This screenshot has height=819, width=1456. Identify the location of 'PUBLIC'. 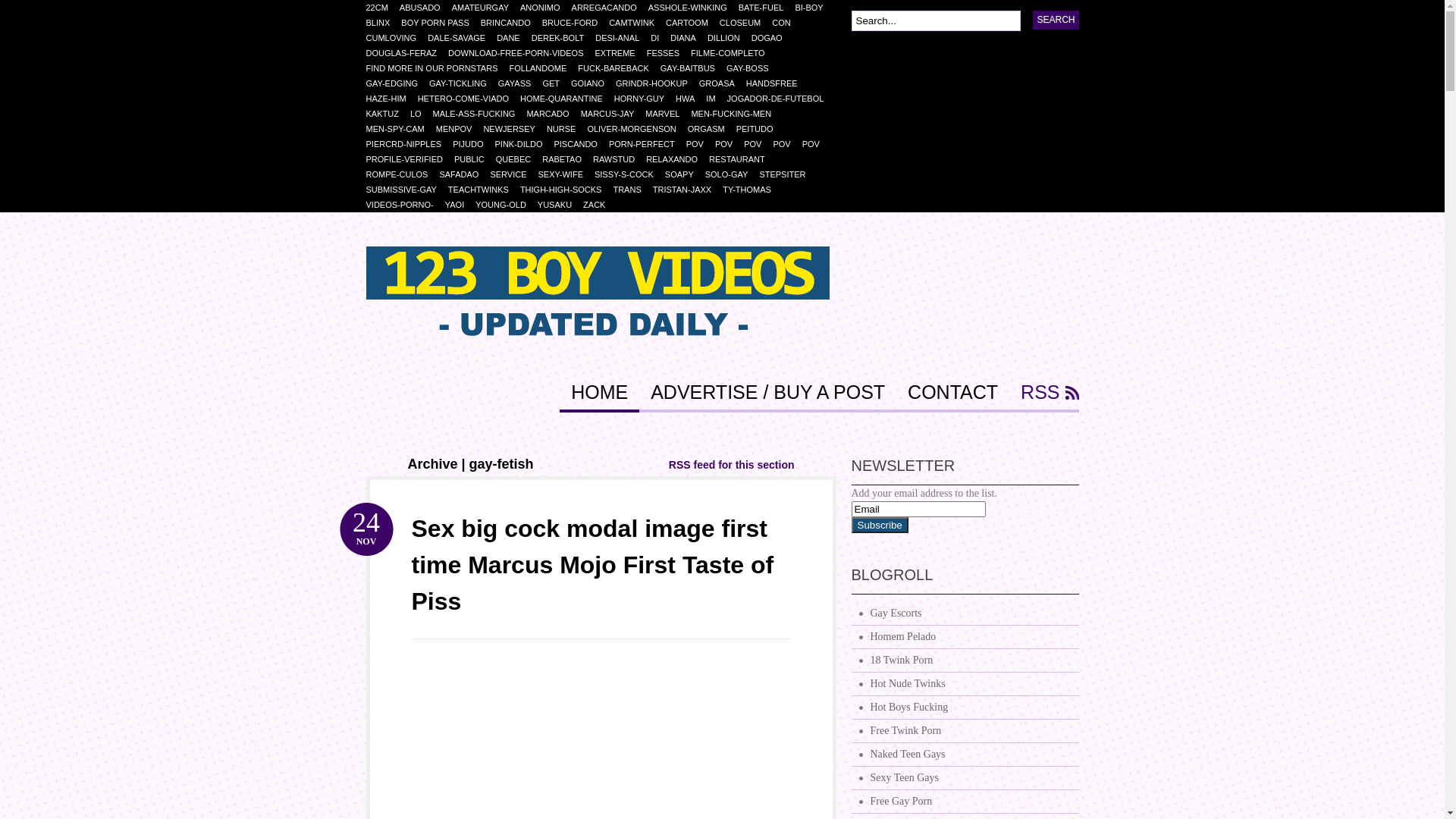
(474, 158).